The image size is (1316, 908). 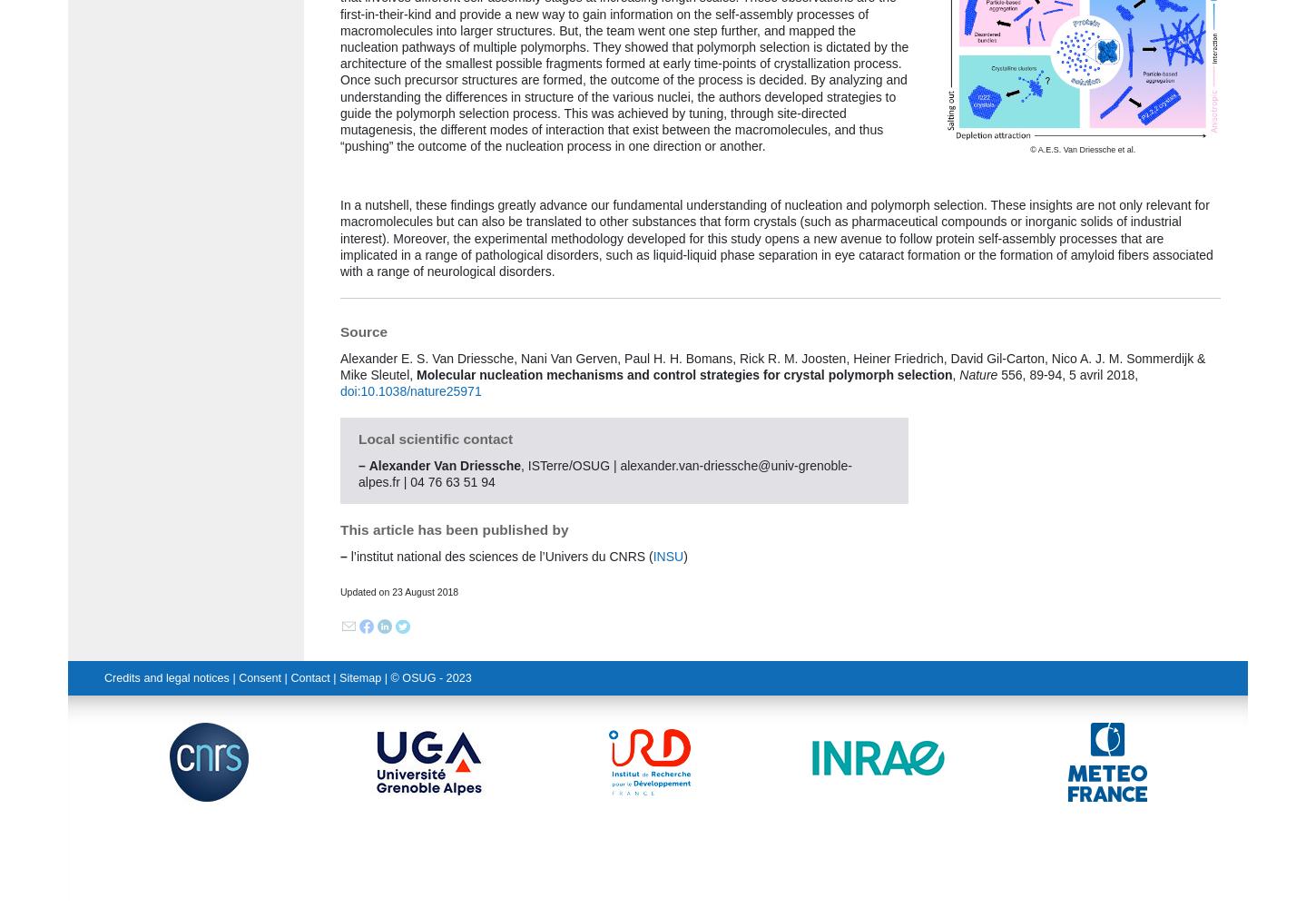 What do you see at coordinates (345, 555) in the screenshot?
I see `'l’institut national des sciences de l’Univers du CNRS ('` at bounding box center [345, 555].